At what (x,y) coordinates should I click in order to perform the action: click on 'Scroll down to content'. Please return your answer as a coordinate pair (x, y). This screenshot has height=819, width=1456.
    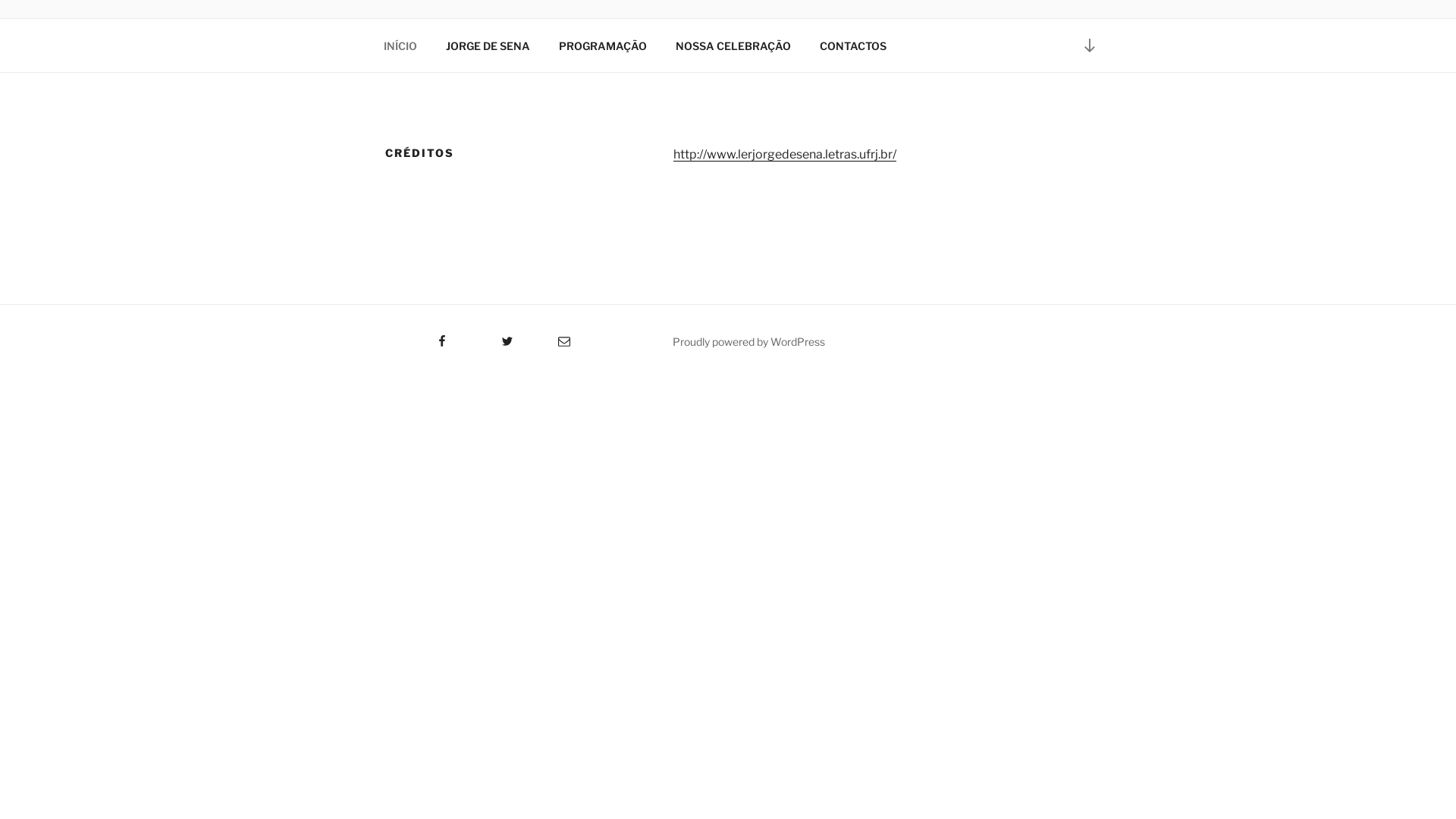
    Looking at the image, I should click on (1088, 44).